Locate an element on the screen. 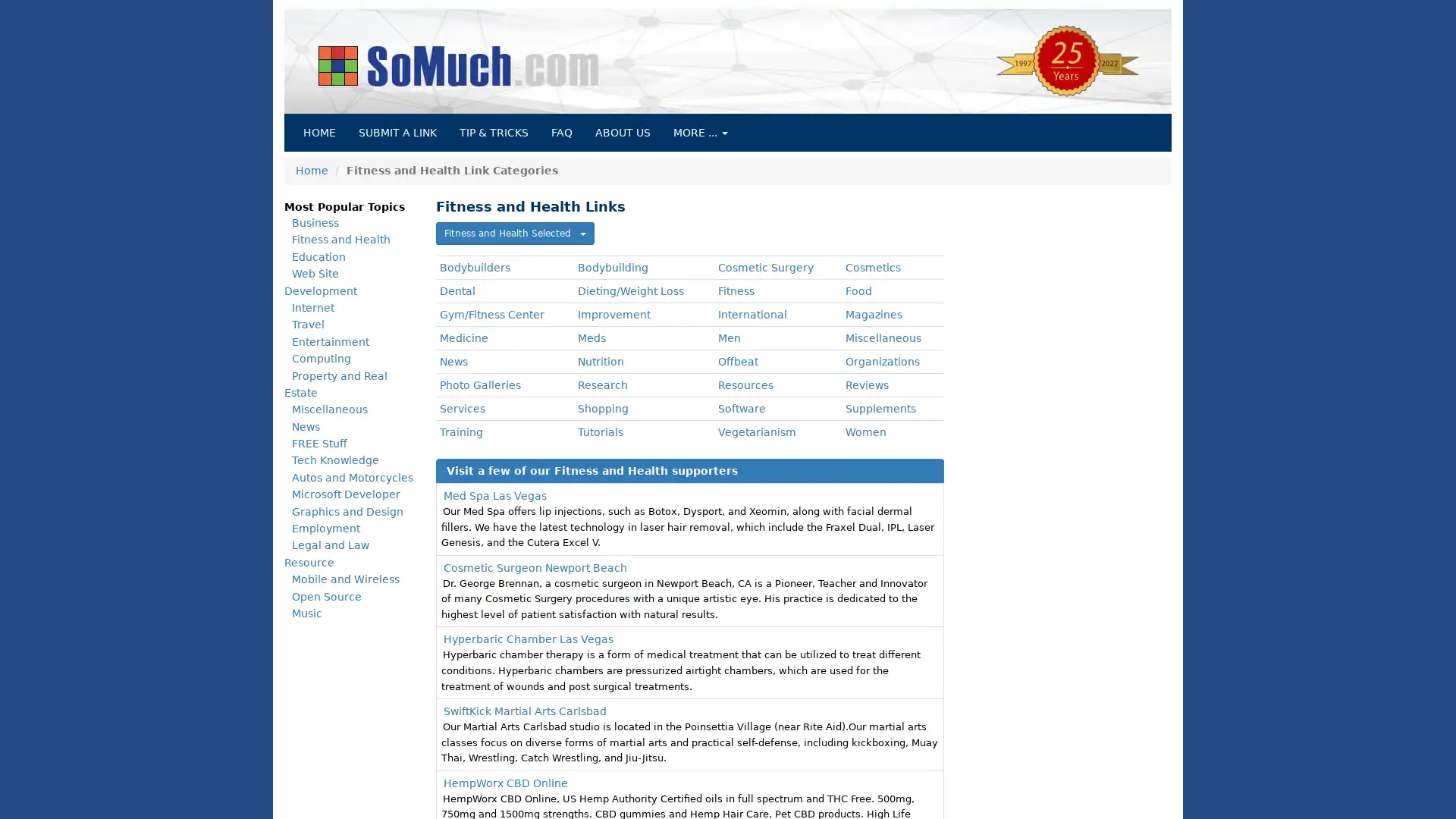 The image size is (1456, 819). Fitness and Health Selected is located at coordinates (515, 234).